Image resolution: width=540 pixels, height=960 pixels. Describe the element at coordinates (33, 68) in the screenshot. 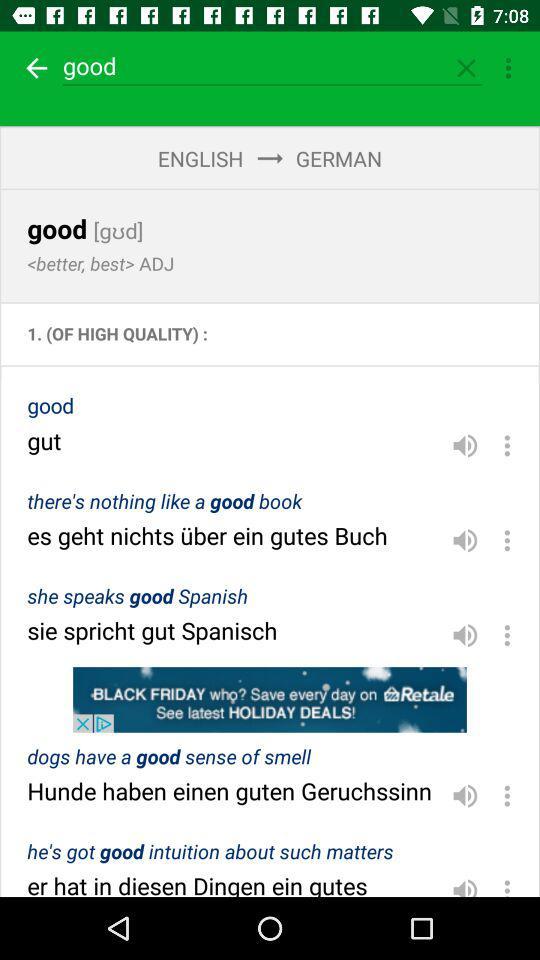

I see `return` at that location.